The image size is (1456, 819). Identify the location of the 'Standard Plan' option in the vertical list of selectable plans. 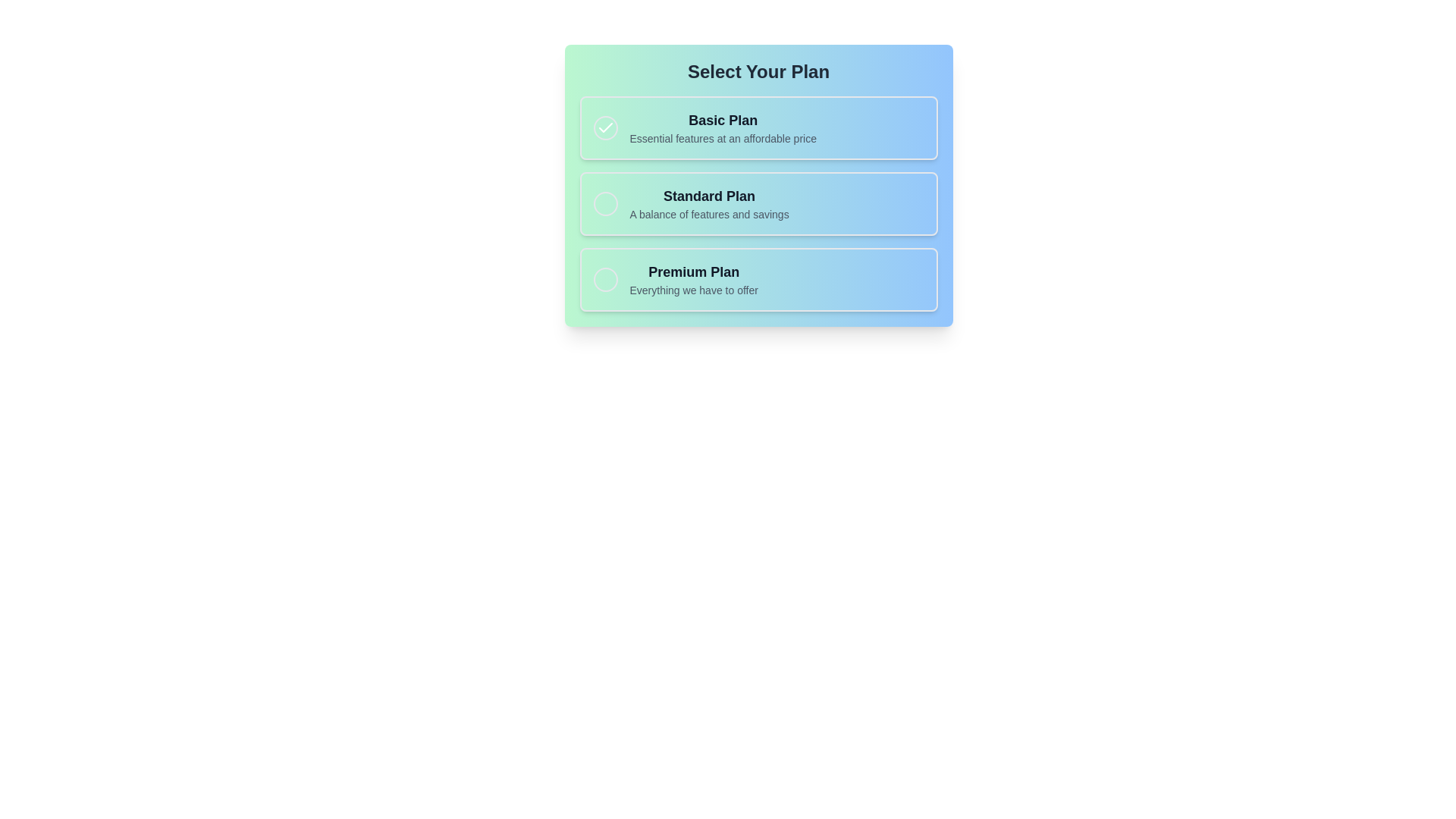
(708, 203).